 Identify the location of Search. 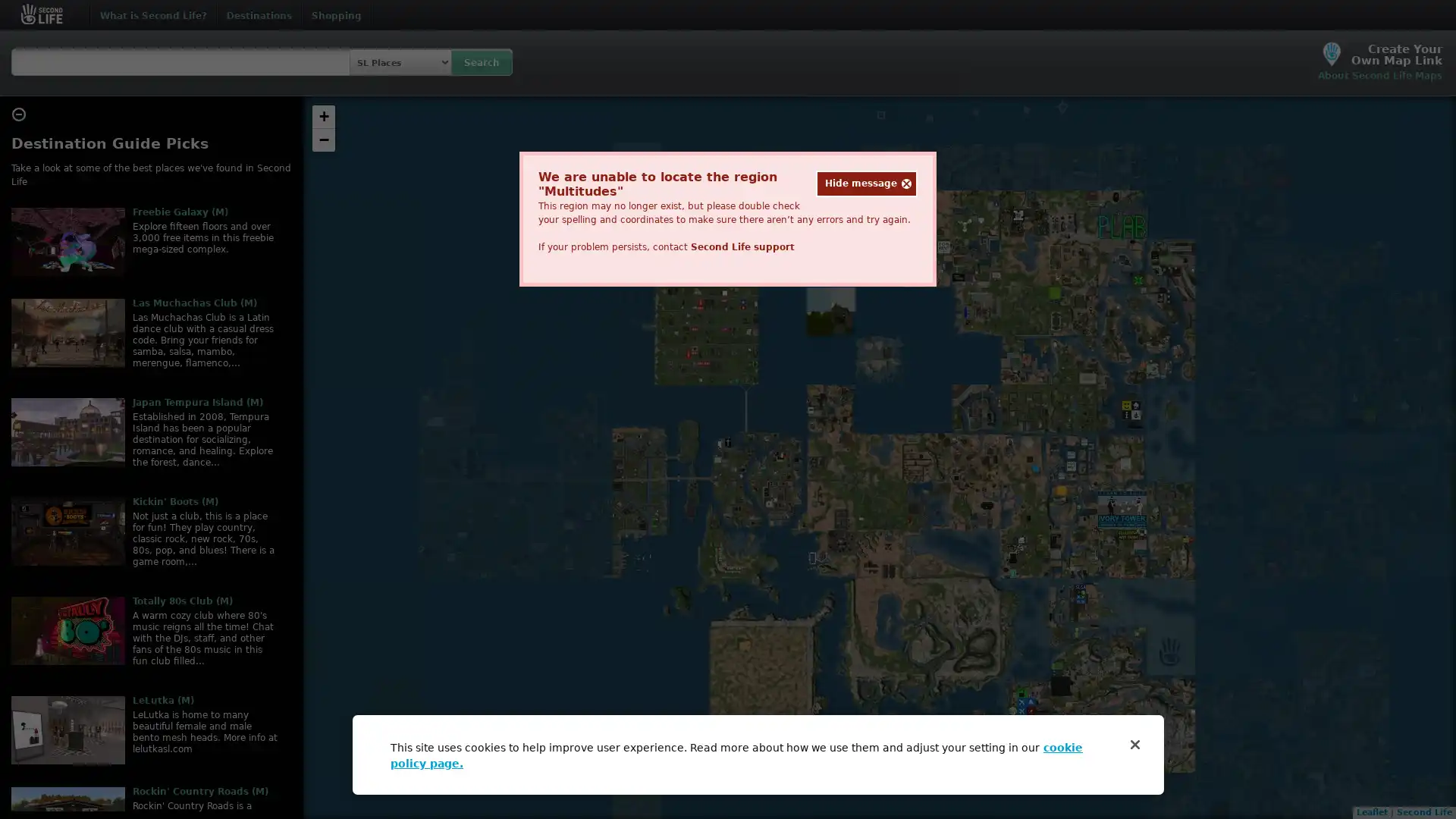
(481, 63).